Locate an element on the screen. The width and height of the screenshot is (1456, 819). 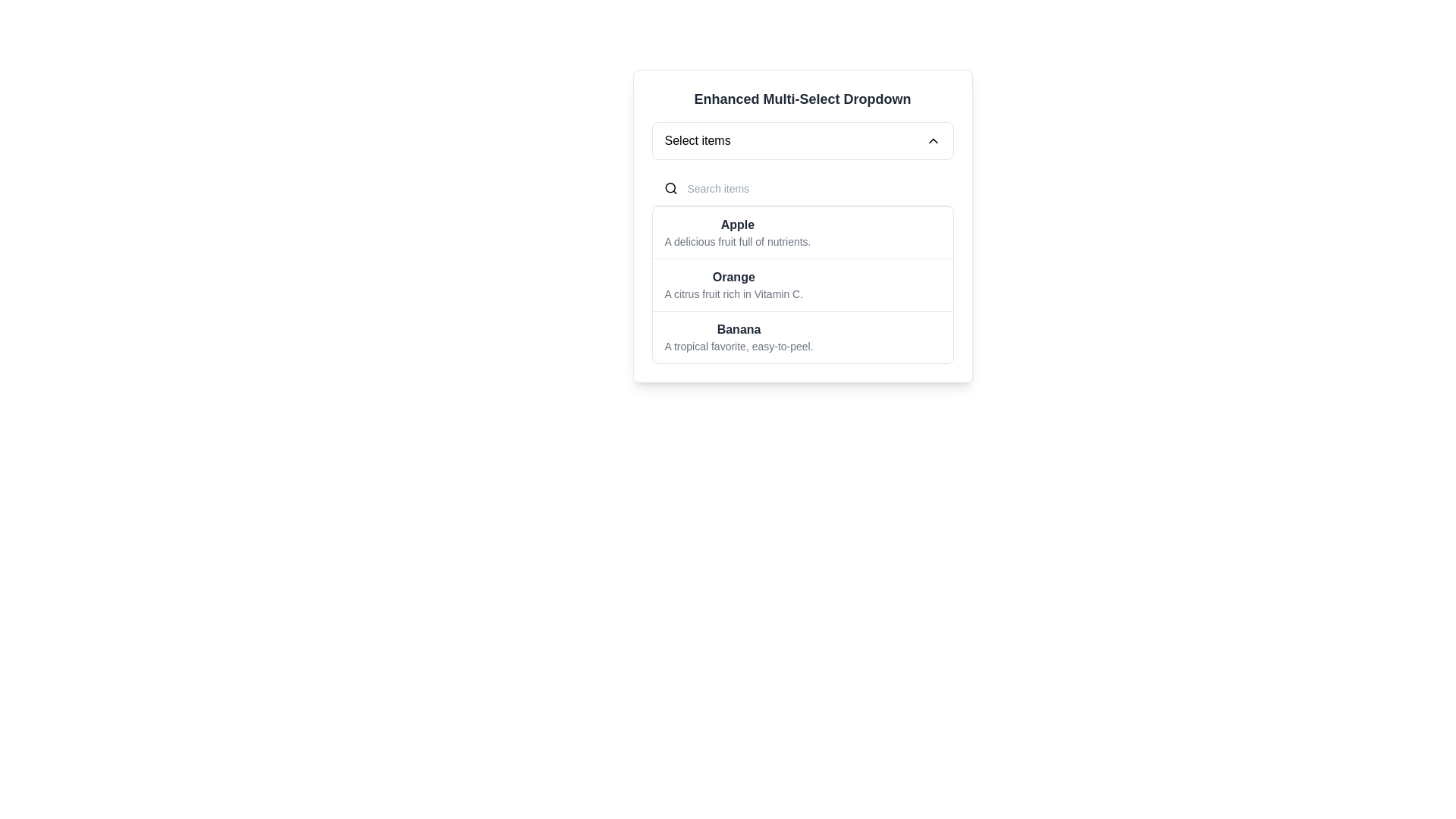
the item in the dropdown list of selectable options located below the search bar is located at coordinates (802, 267).